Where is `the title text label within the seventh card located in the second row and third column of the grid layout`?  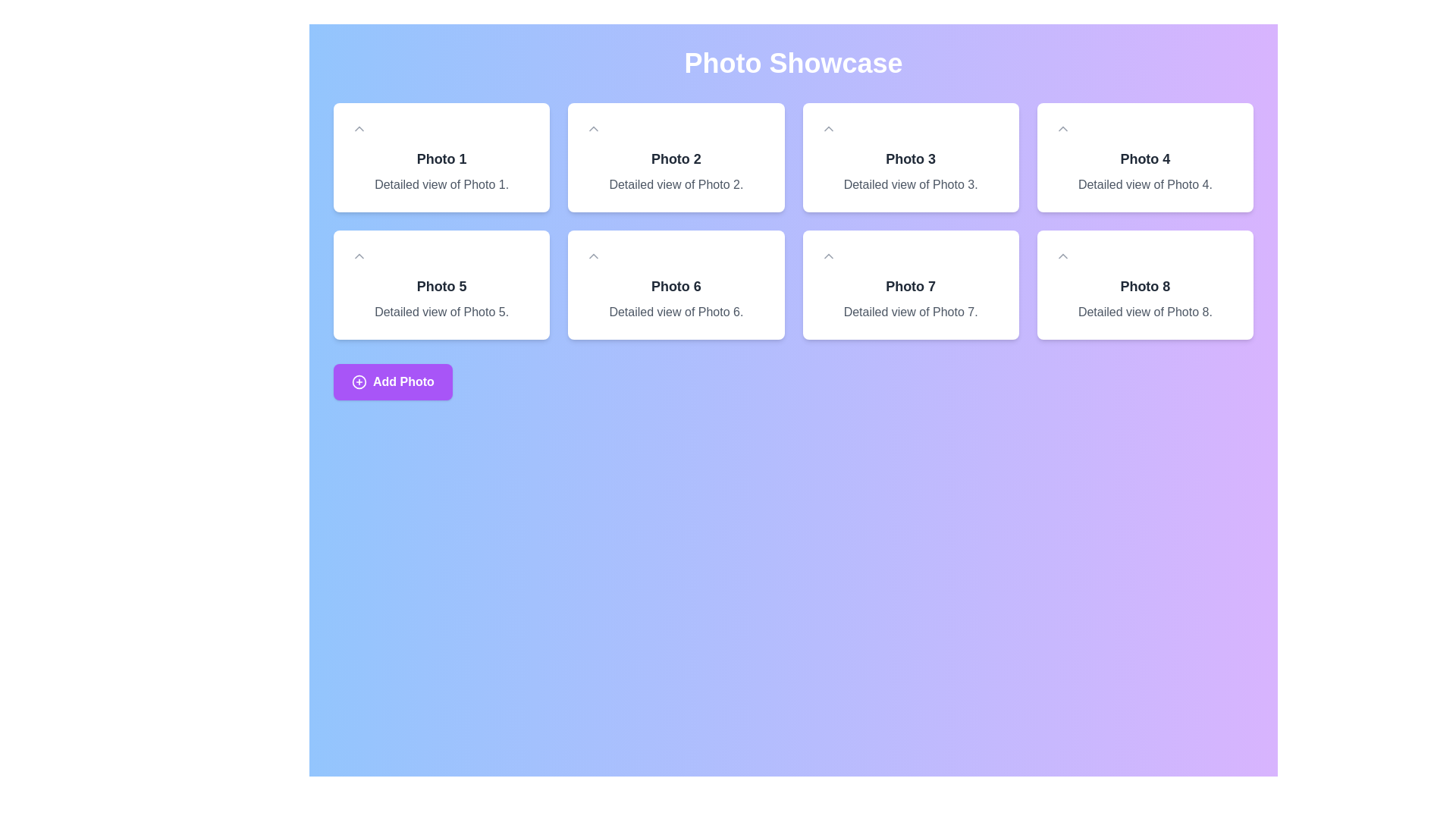 the title text label within the seventh card located in the second row and third column of the grid layout is located at coordinates (910, 287).